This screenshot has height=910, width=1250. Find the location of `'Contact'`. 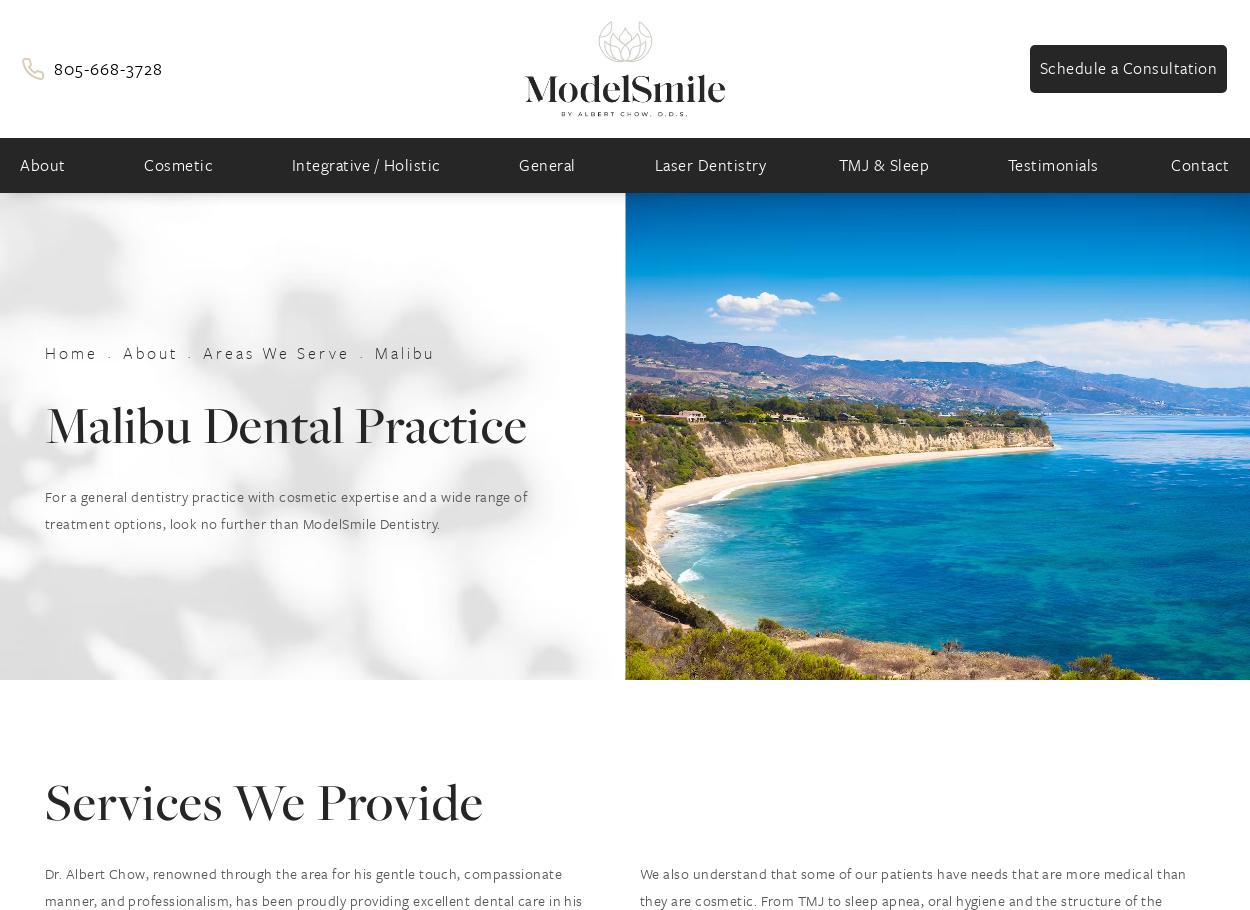

'Contact' is located at coordinates (1199, 164).